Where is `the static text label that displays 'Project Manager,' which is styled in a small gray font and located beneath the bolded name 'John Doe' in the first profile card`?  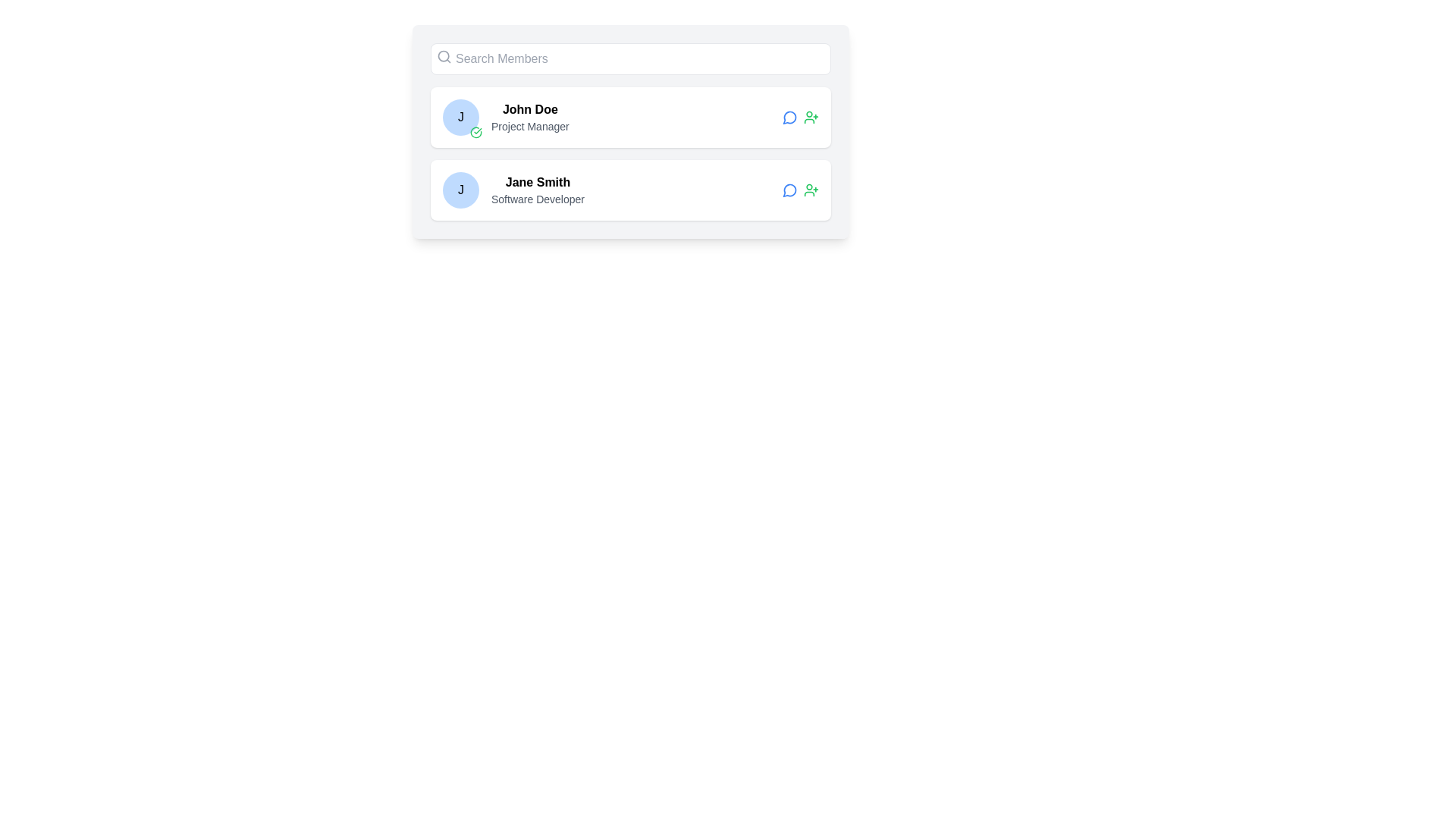
the static text label that displays 'Project Manager,' which is styled in a small gray font and located beneath the bolded name 'John Doe' in the first profile card is located at coordinates (530, 125).